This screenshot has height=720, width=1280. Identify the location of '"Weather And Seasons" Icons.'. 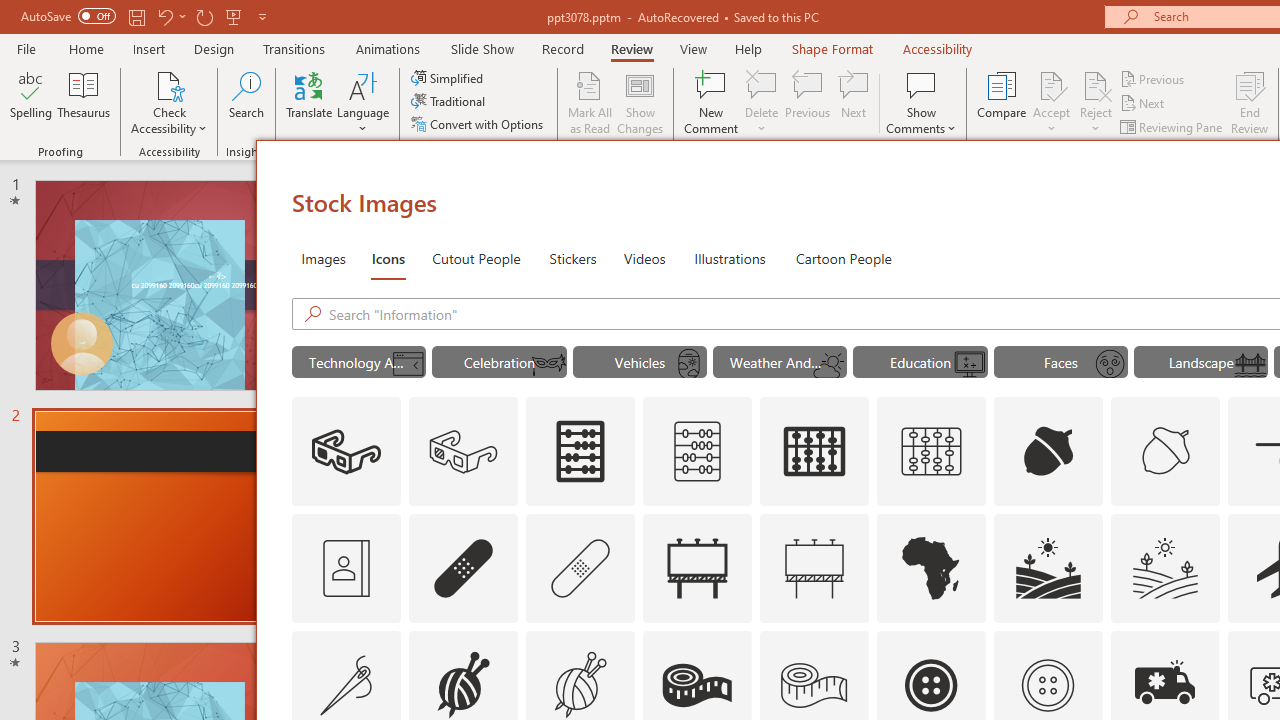
(779, 362).